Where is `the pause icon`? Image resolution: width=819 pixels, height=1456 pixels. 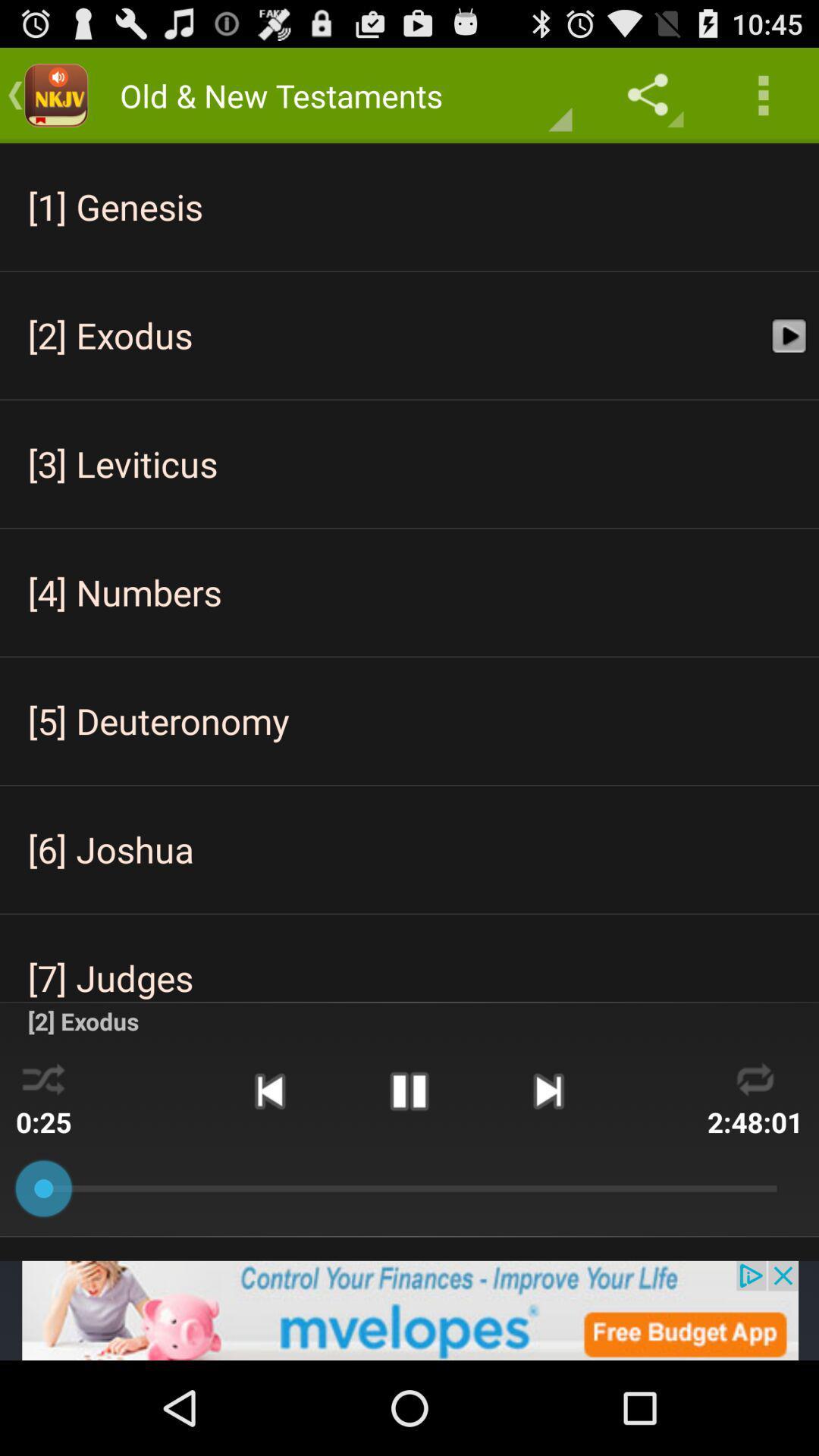
the pause icon is located at coordinates (408, 1166).